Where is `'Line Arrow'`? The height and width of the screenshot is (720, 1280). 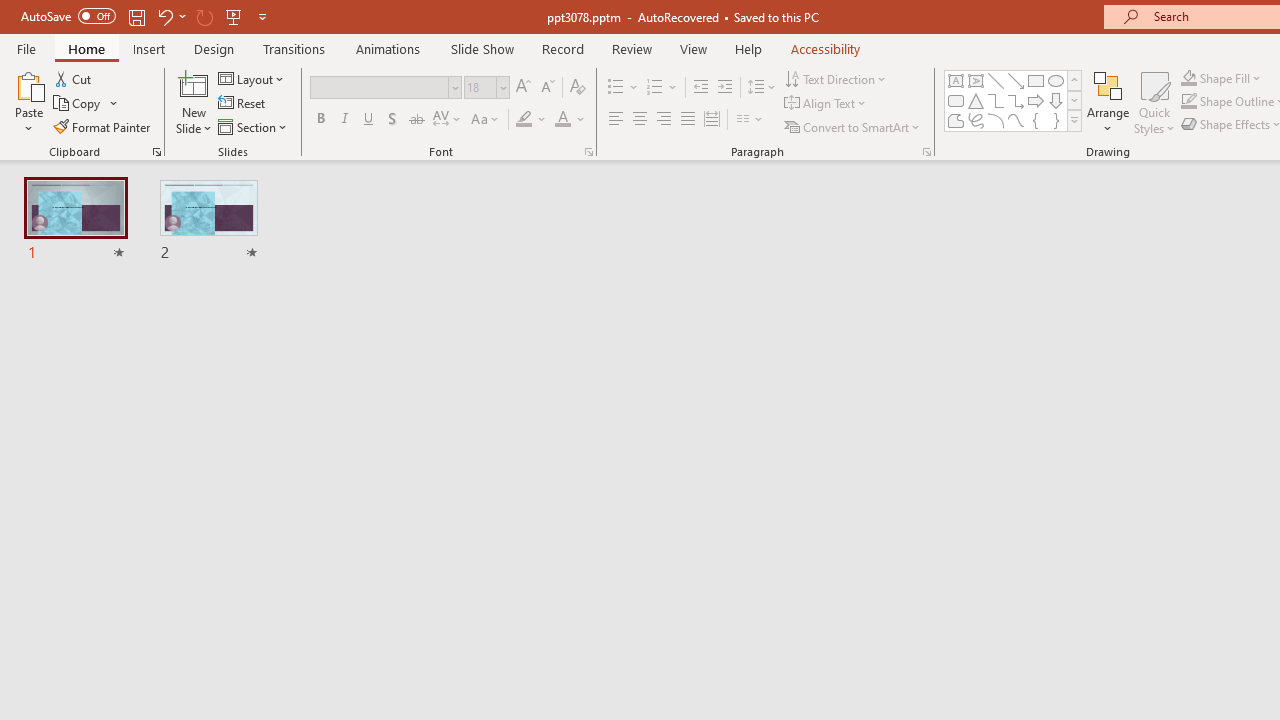
'Line Arrow' is located at coordinates (1016, 80).